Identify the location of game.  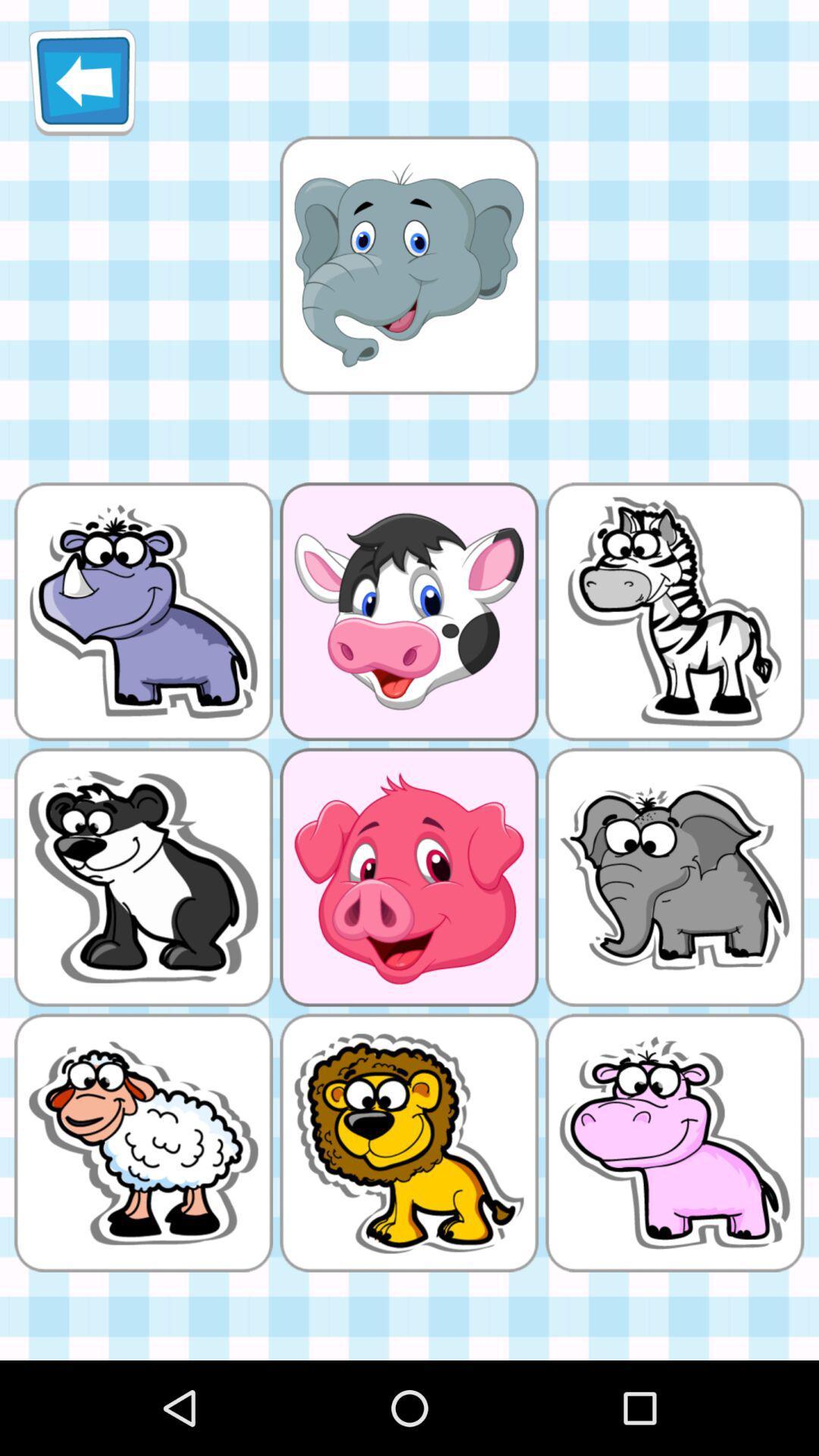
(408, 265).